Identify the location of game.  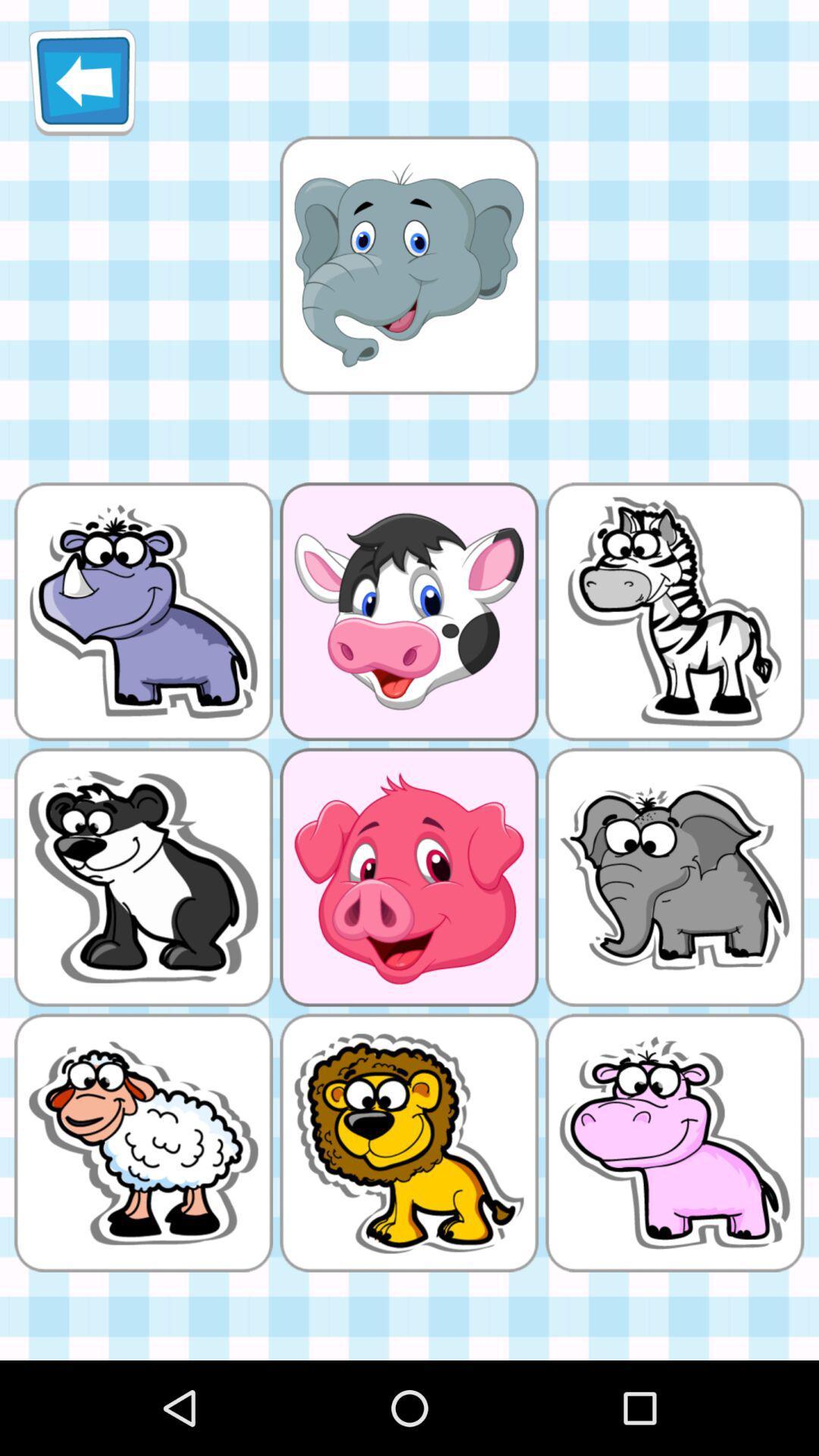
(408, 265).